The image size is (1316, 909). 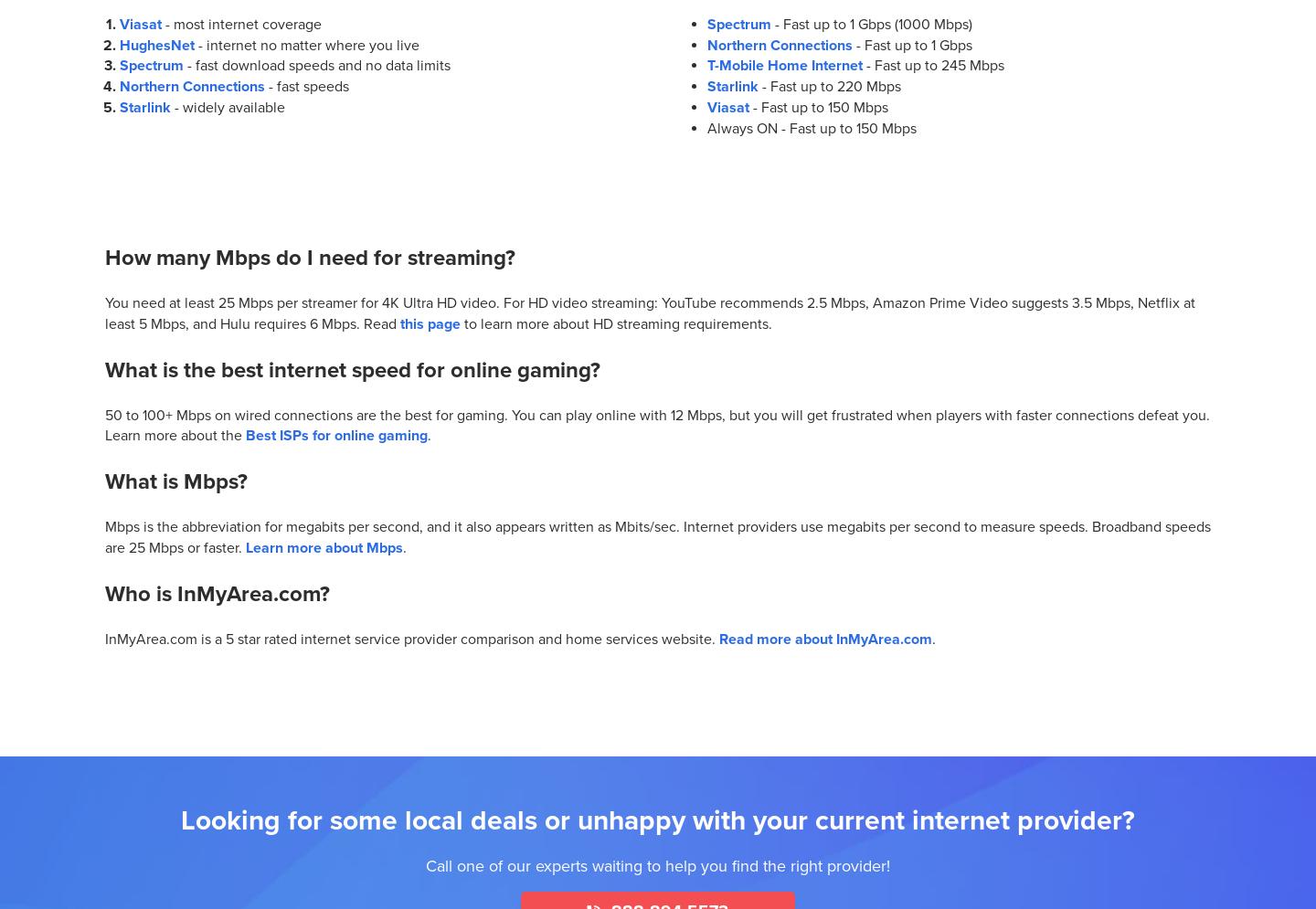 I want to click on '- Fast up to 220 Mbps', so click(x=829, y=87).